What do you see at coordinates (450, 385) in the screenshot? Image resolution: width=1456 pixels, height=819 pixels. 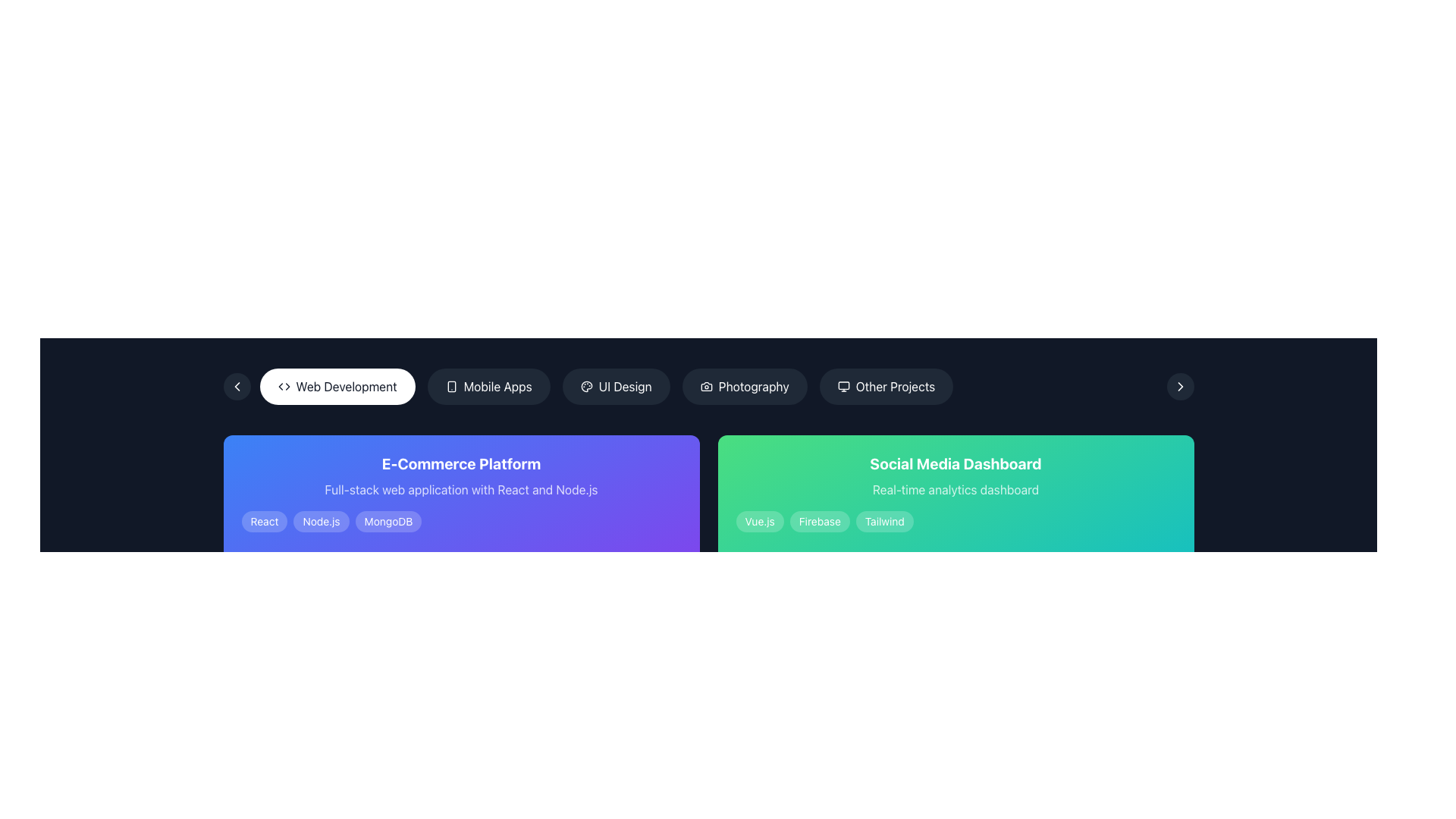 I see `the smartphone icon element located in the top-center area of the navigation bar, which is represented as a rectangular shape with rounded corners` at bounding box center [450, 385].